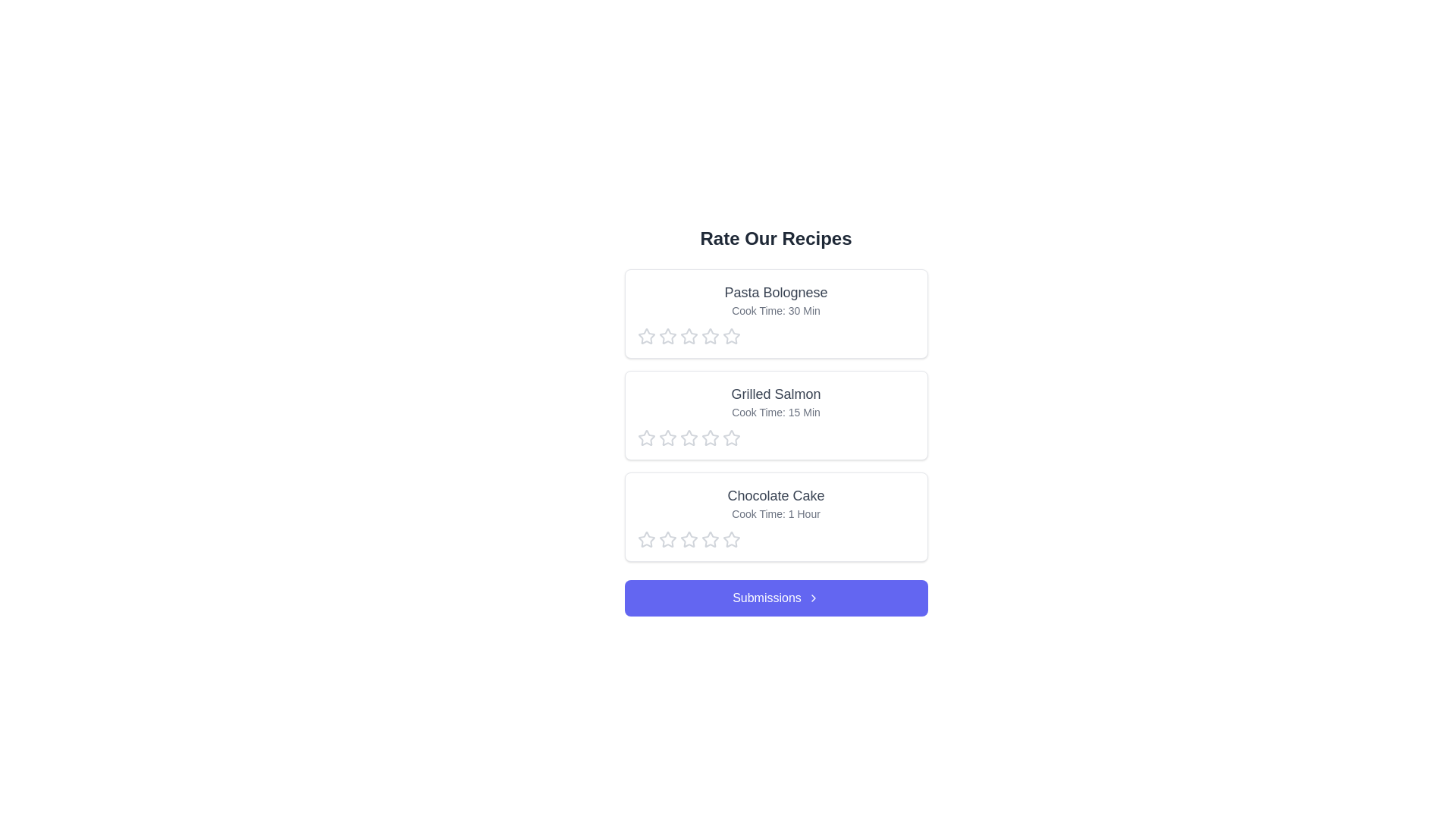 Image resolution: width=1456 pixels, height=819 pixels. What do you see at coordinates (776, 598) in the screenshot?
I see `the 'Submissions' button to submit the ratings` at bounding box center [776, 598].